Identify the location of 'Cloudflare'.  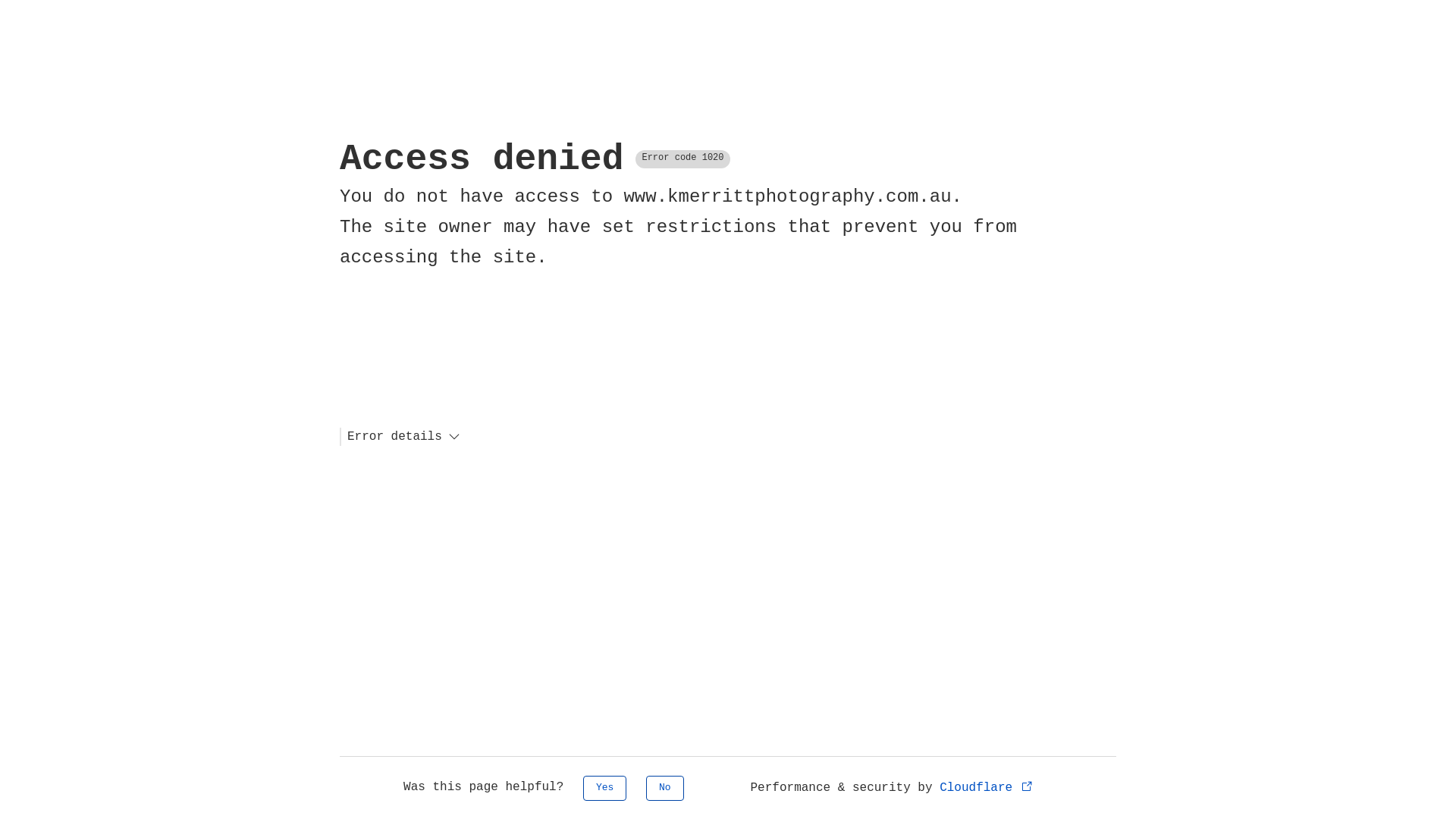
(987, 786).